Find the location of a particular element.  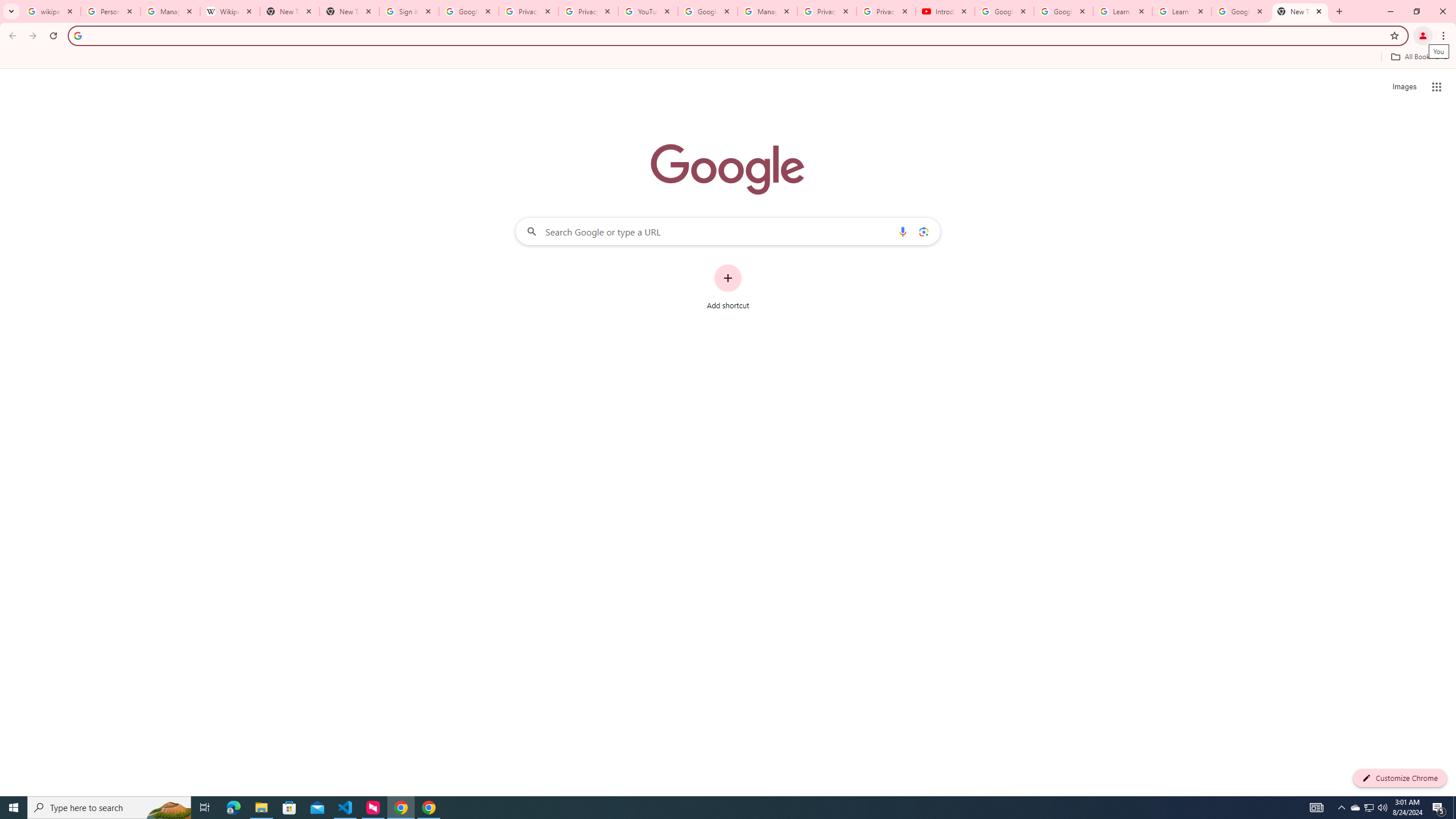

'Google Account' is located at coordinates (1240, 11).